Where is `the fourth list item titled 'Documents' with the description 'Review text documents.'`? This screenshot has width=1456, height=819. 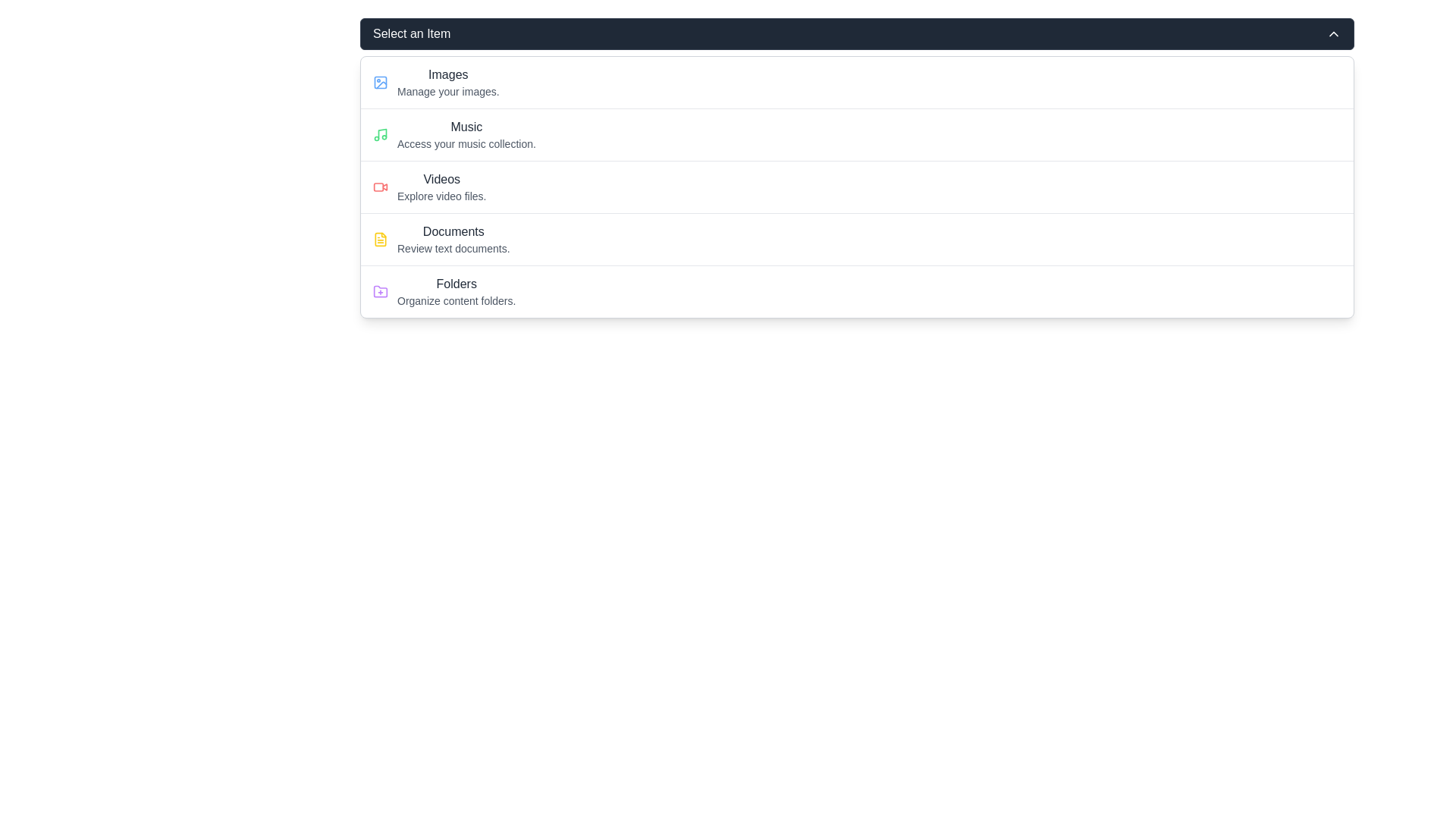
the fourth list item titled 'Documents' with the description 'Review text documents.' is located at coordinates (453, 239).